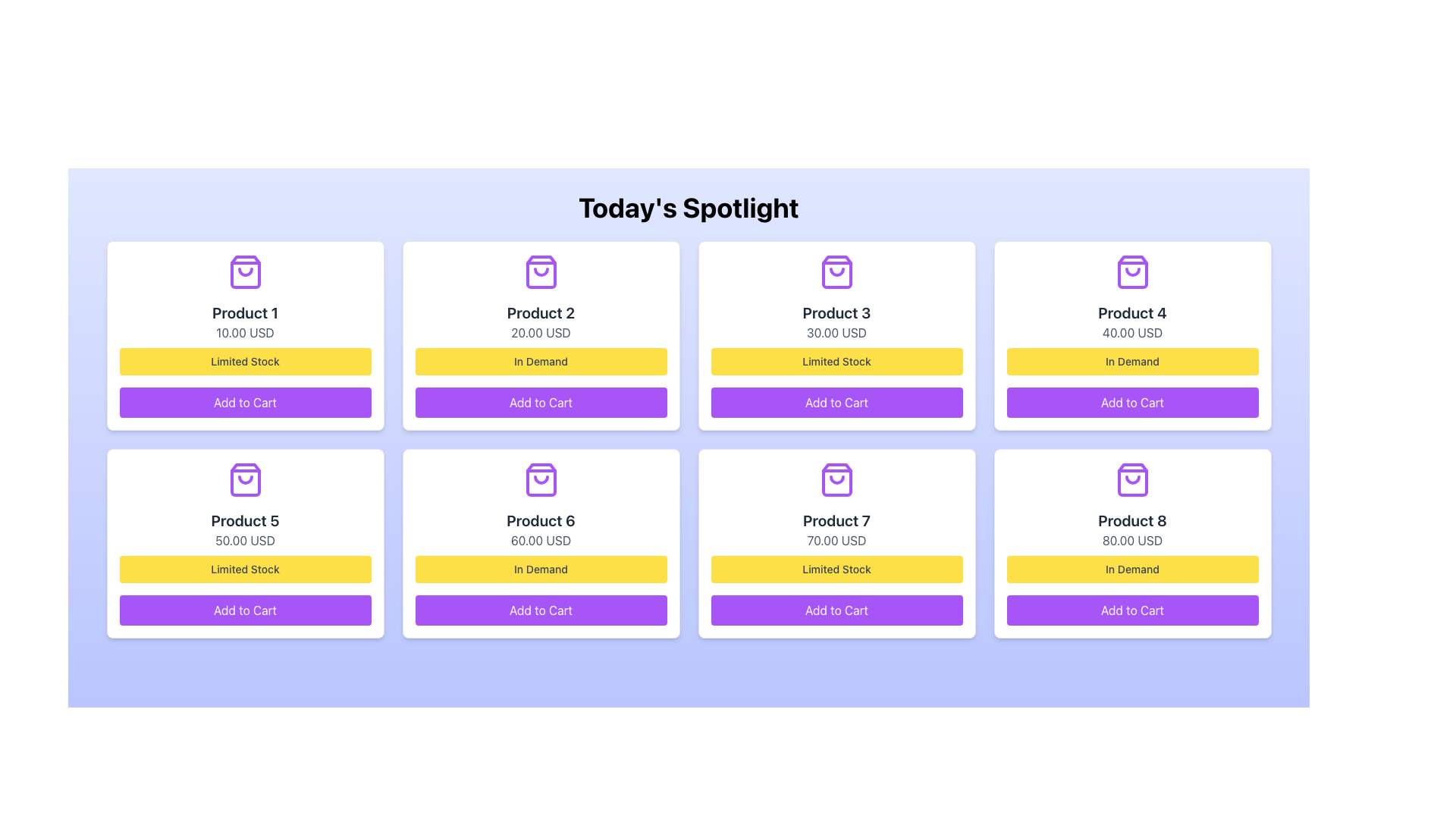  Describe the element at coordinates (541, 312) in the screenshot. I see `the text label displaying 'Product 2' which is styled prominently in bold and dark grey, located in the upper section of the second card` at that location.